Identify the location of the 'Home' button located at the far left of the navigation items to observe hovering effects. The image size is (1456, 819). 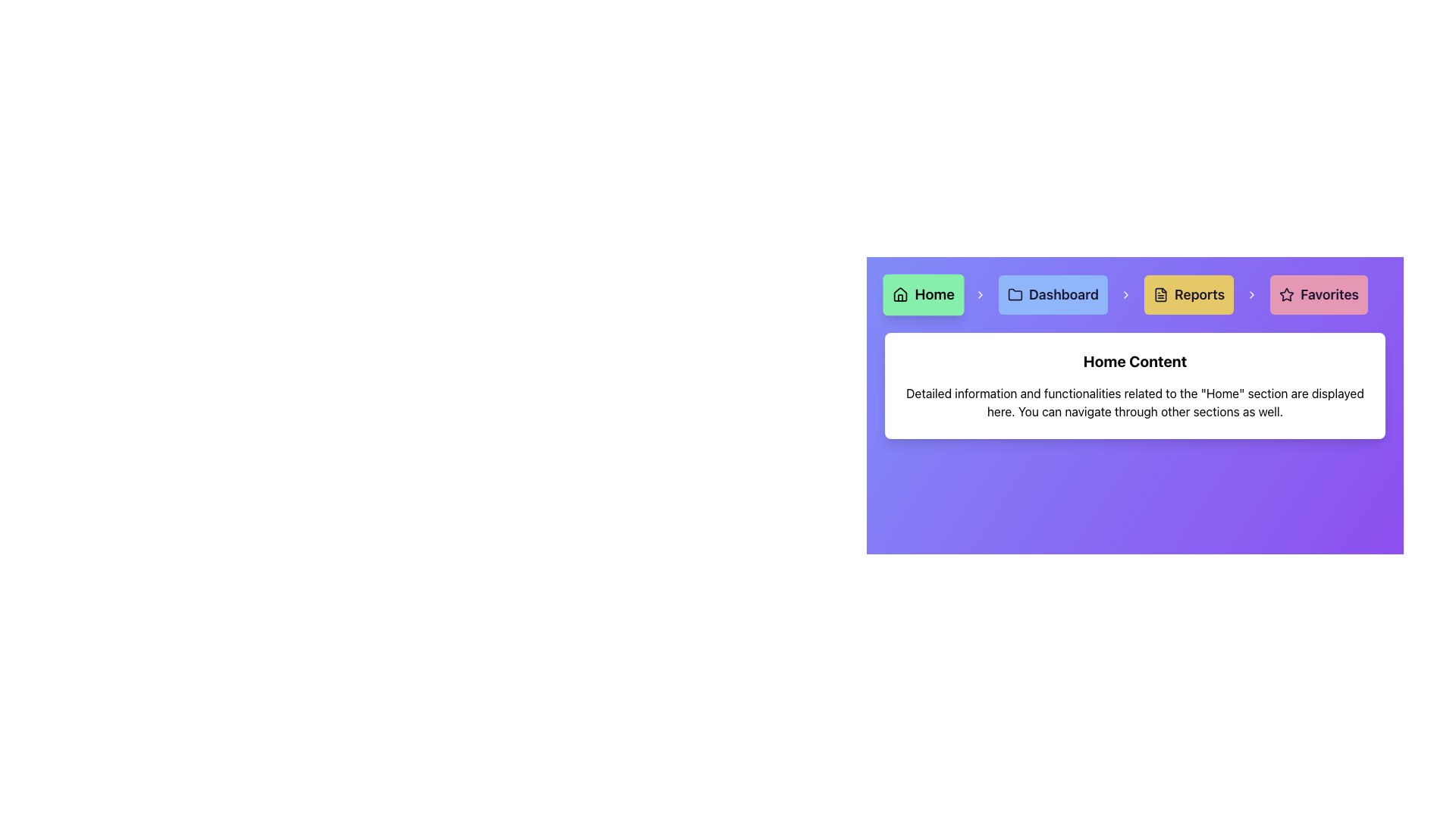
(923, 295).